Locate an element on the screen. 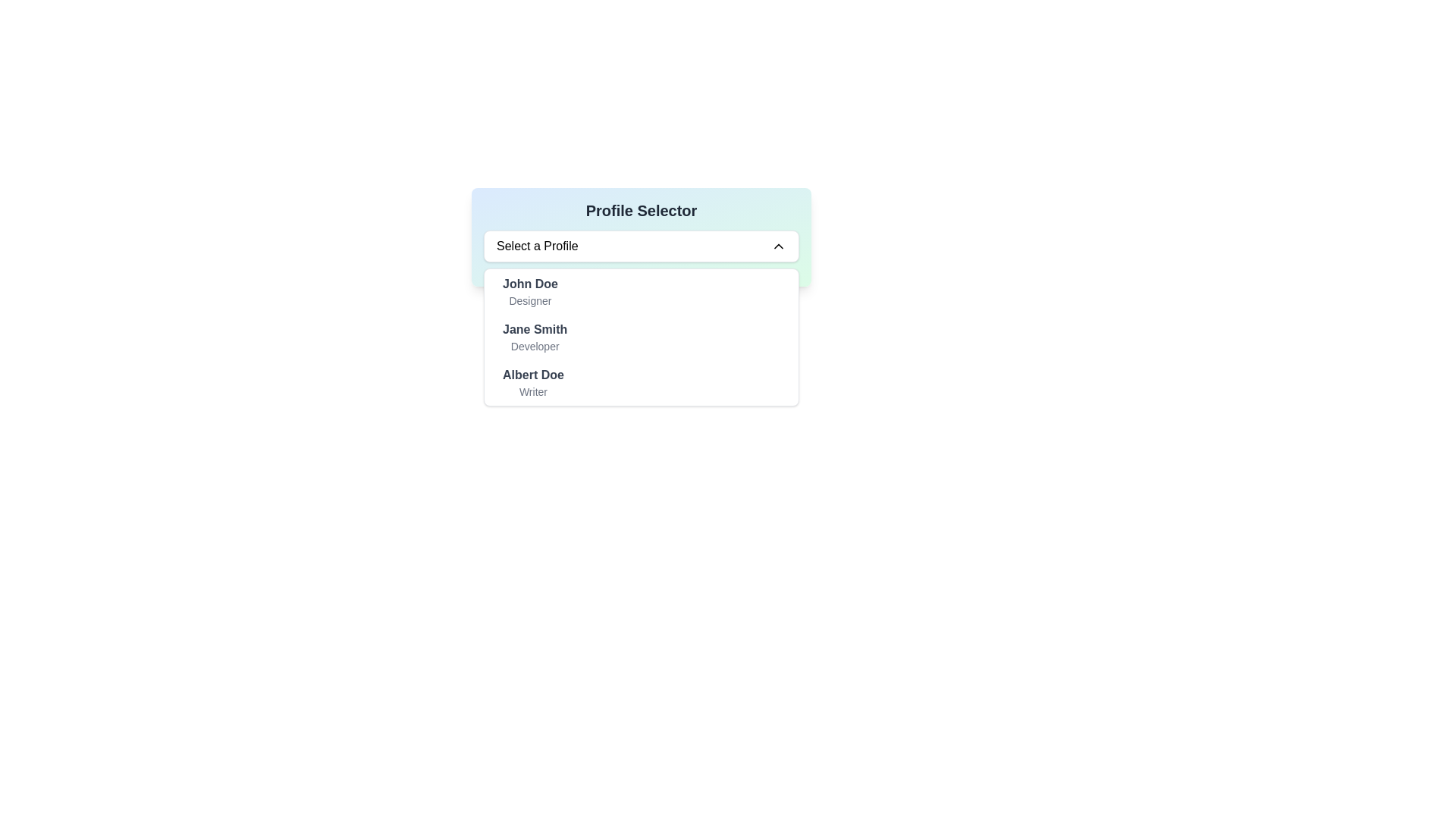 This screenshot has height=819, width=1456. the 'Jane Smith' profile selection item in the dropdown menu is located at coordinates (535, 336).